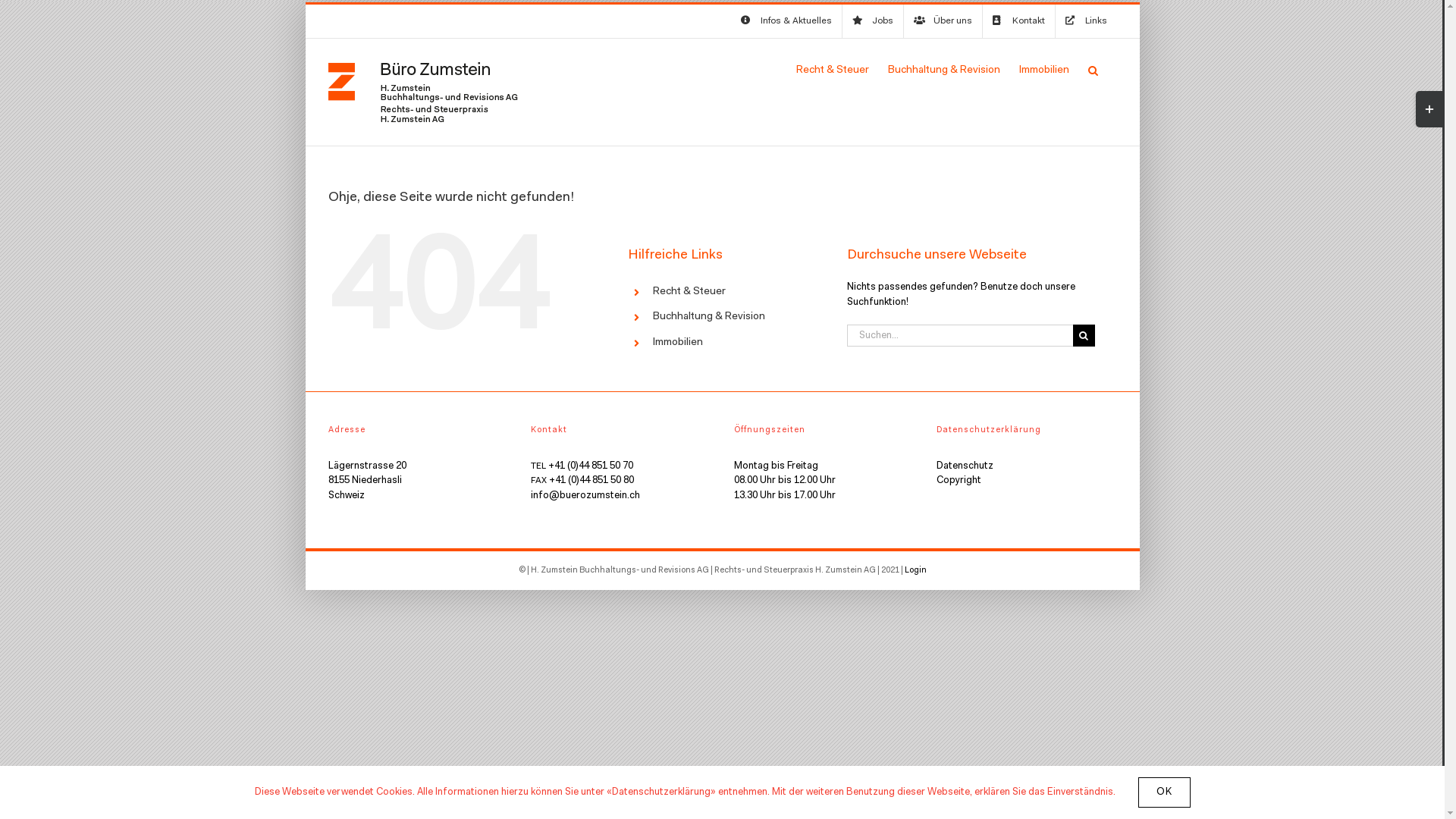  I want to click on 'Recht & Steuer', so click(652, 292).